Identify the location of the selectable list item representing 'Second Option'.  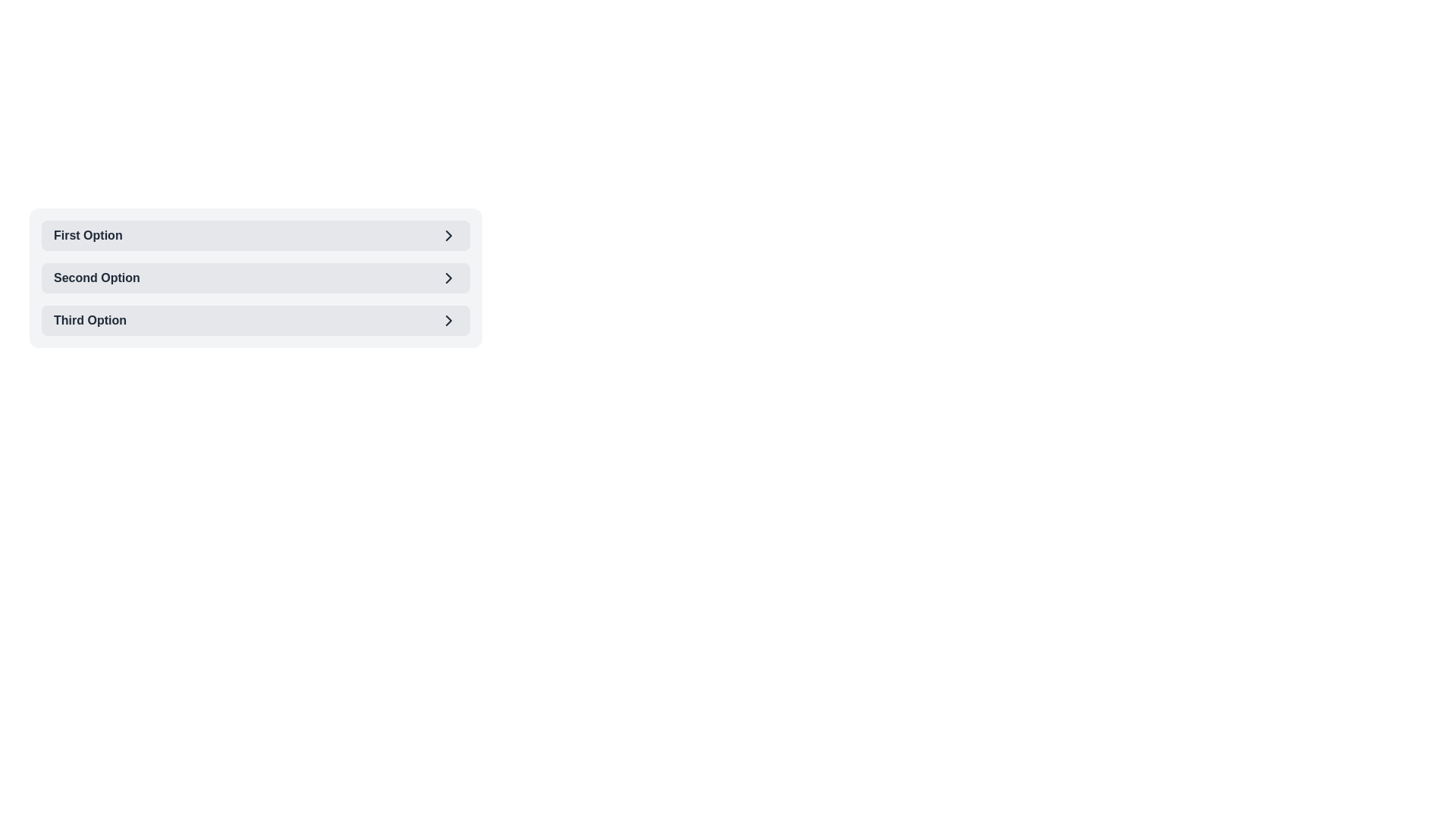
(256, 278).